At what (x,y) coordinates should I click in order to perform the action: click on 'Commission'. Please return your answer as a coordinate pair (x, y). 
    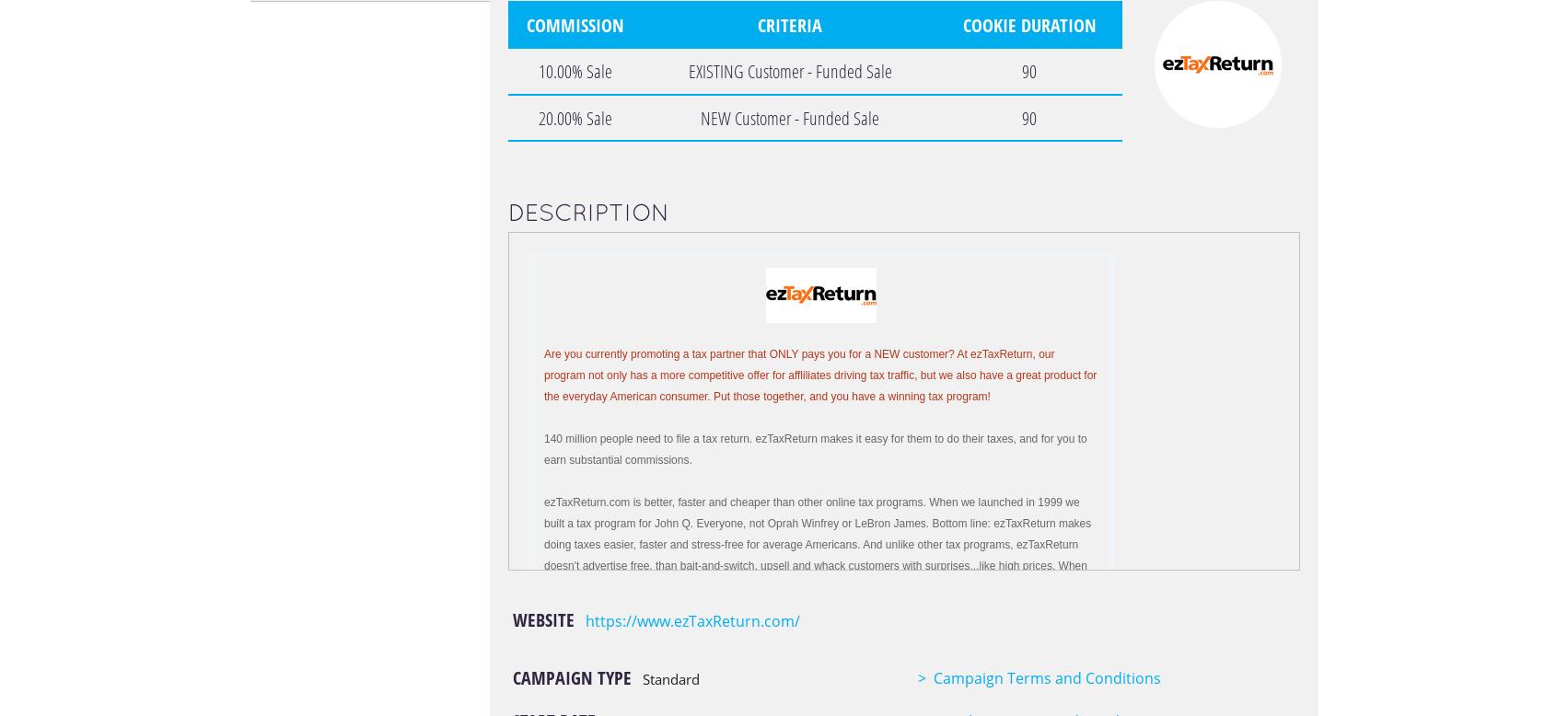
    Looking at the image, I should click on (573, 24).